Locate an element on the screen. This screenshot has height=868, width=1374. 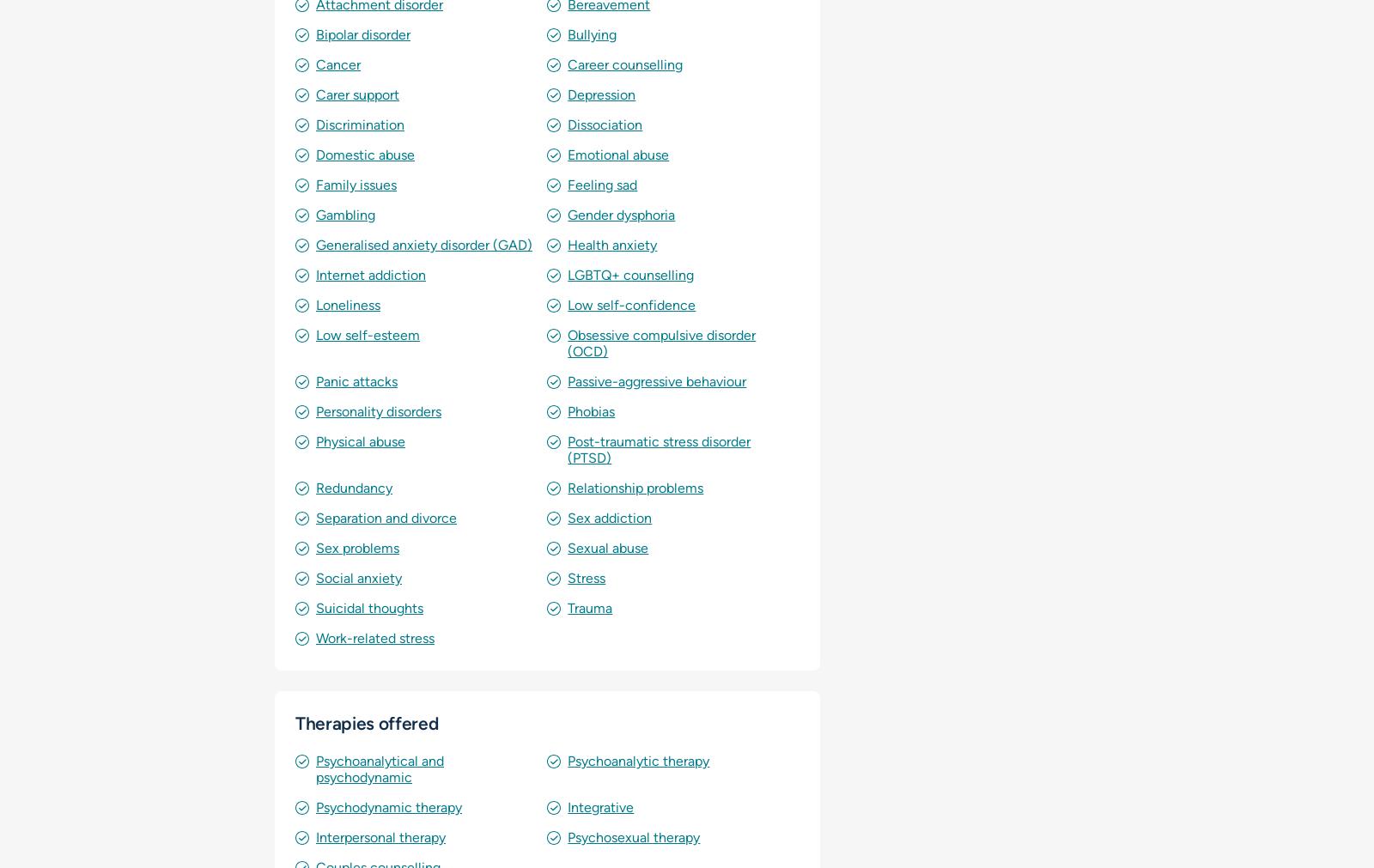
'Obsessive compulsive disorder (OCD)' is located at coordinates (661, 342).